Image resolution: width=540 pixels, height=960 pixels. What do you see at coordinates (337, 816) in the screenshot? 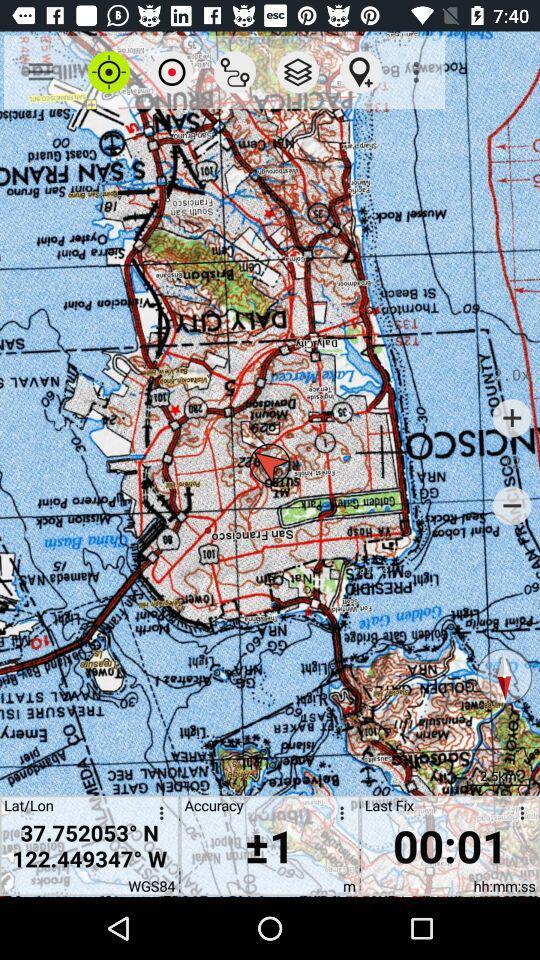
I see `the more icon` at bounding box center [337, 816].